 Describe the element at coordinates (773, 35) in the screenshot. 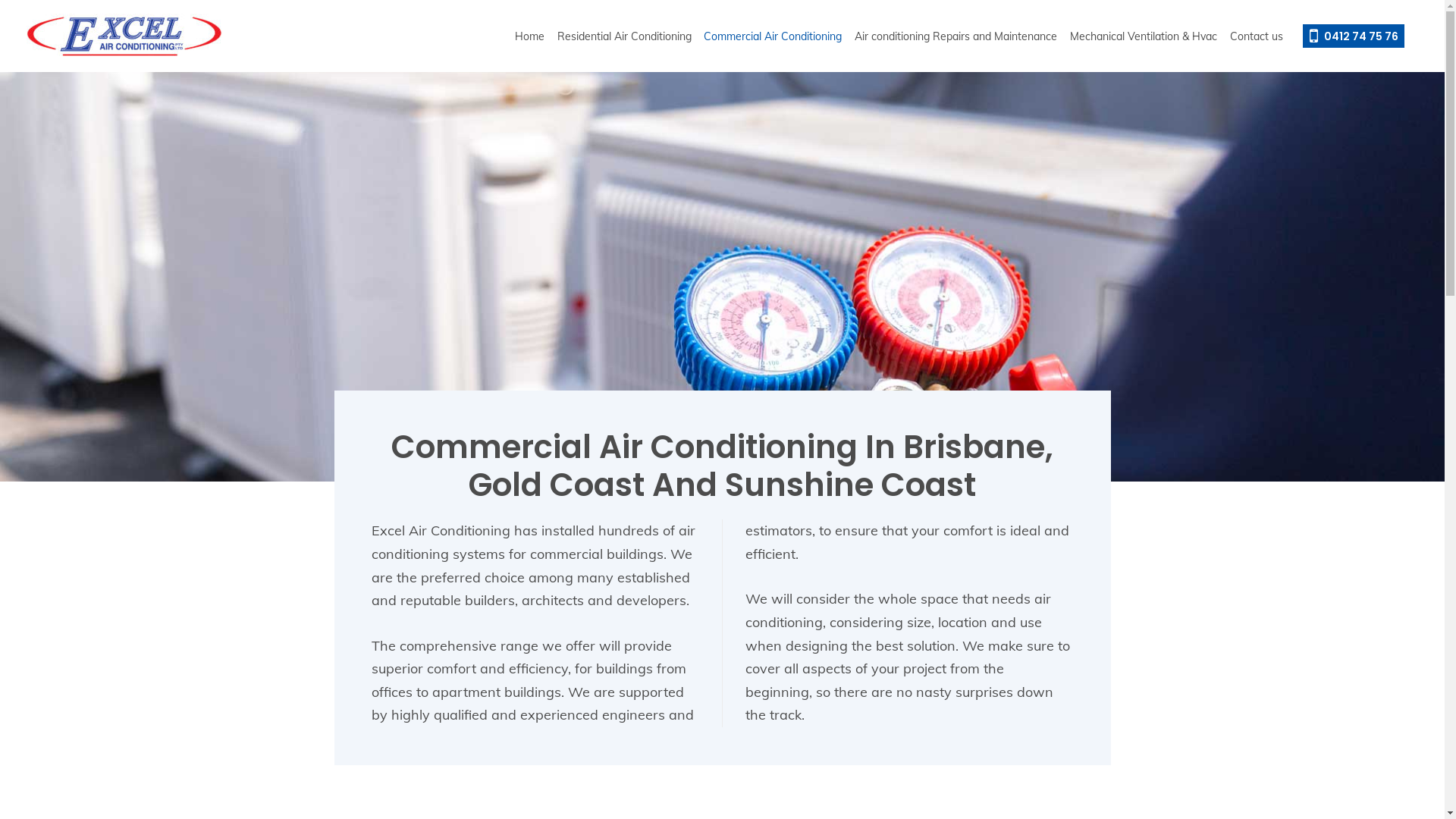

I see `'Commercial Air Conditioning'` at that location.